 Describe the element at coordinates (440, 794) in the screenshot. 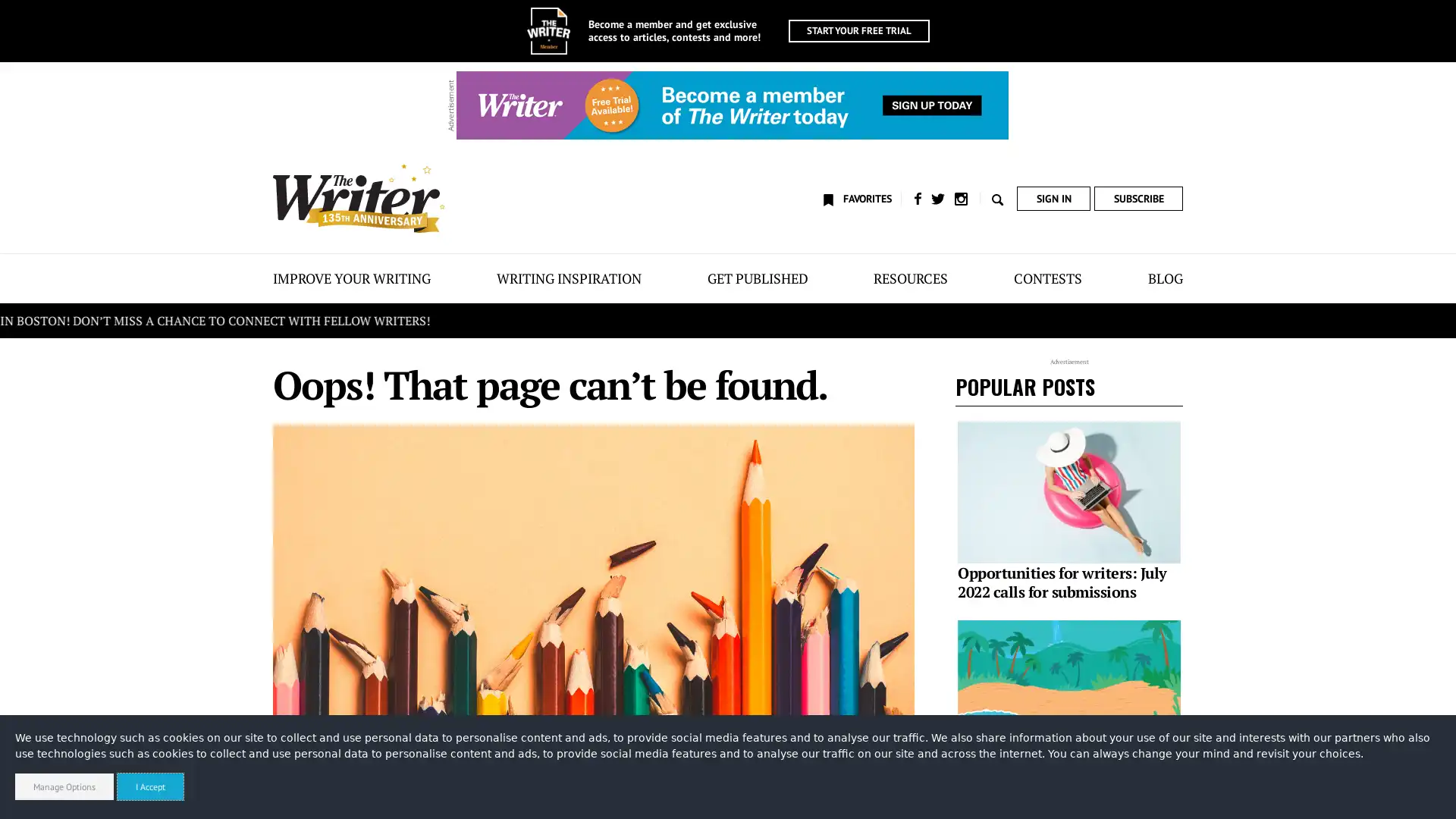

I see `Search` at that location.